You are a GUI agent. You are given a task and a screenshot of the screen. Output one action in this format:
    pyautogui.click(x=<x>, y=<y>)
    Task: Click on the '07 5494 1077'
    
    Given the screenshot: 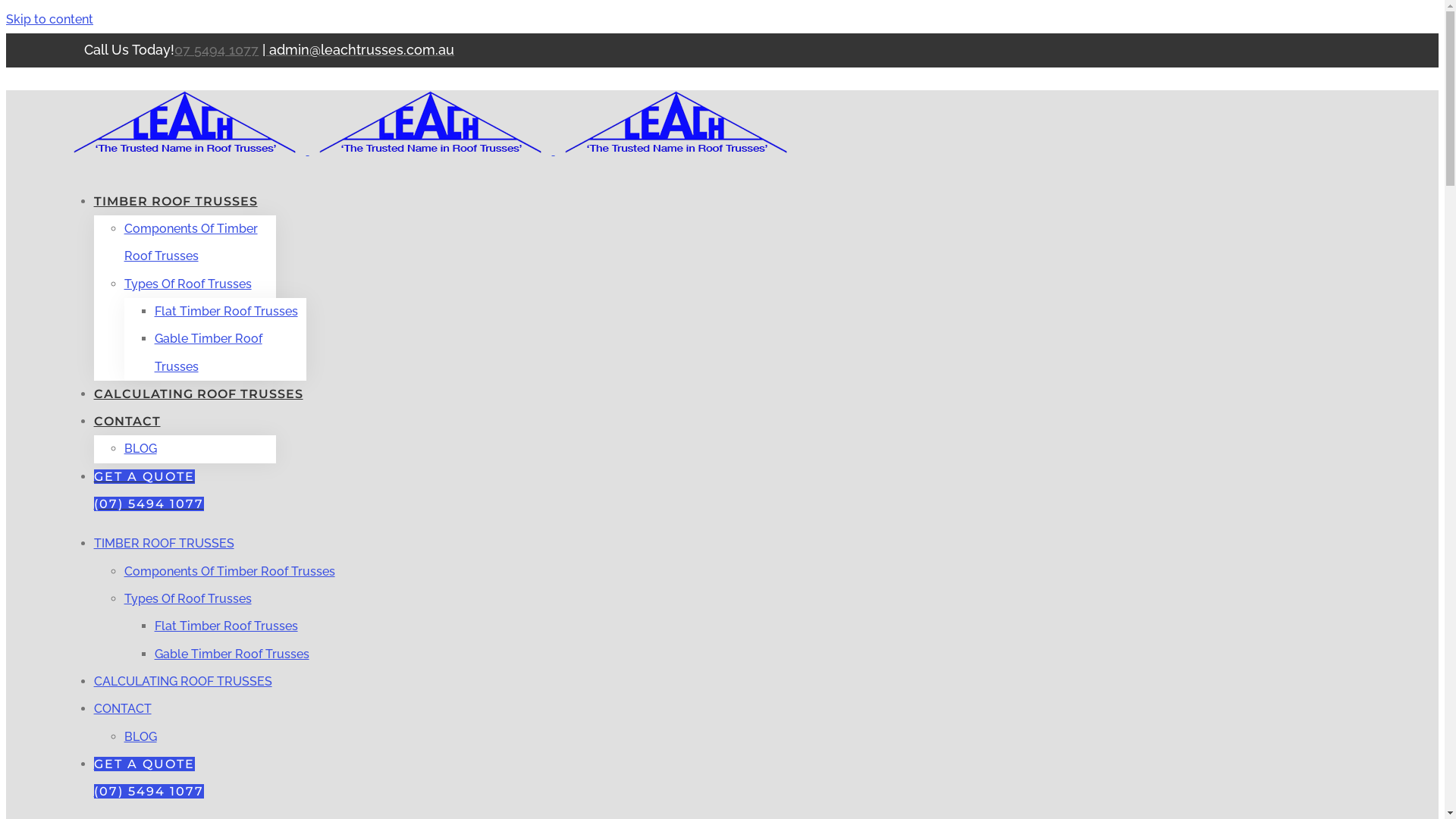 What is the action you would take?
    pyautogui.click(x=215, y=49)
    